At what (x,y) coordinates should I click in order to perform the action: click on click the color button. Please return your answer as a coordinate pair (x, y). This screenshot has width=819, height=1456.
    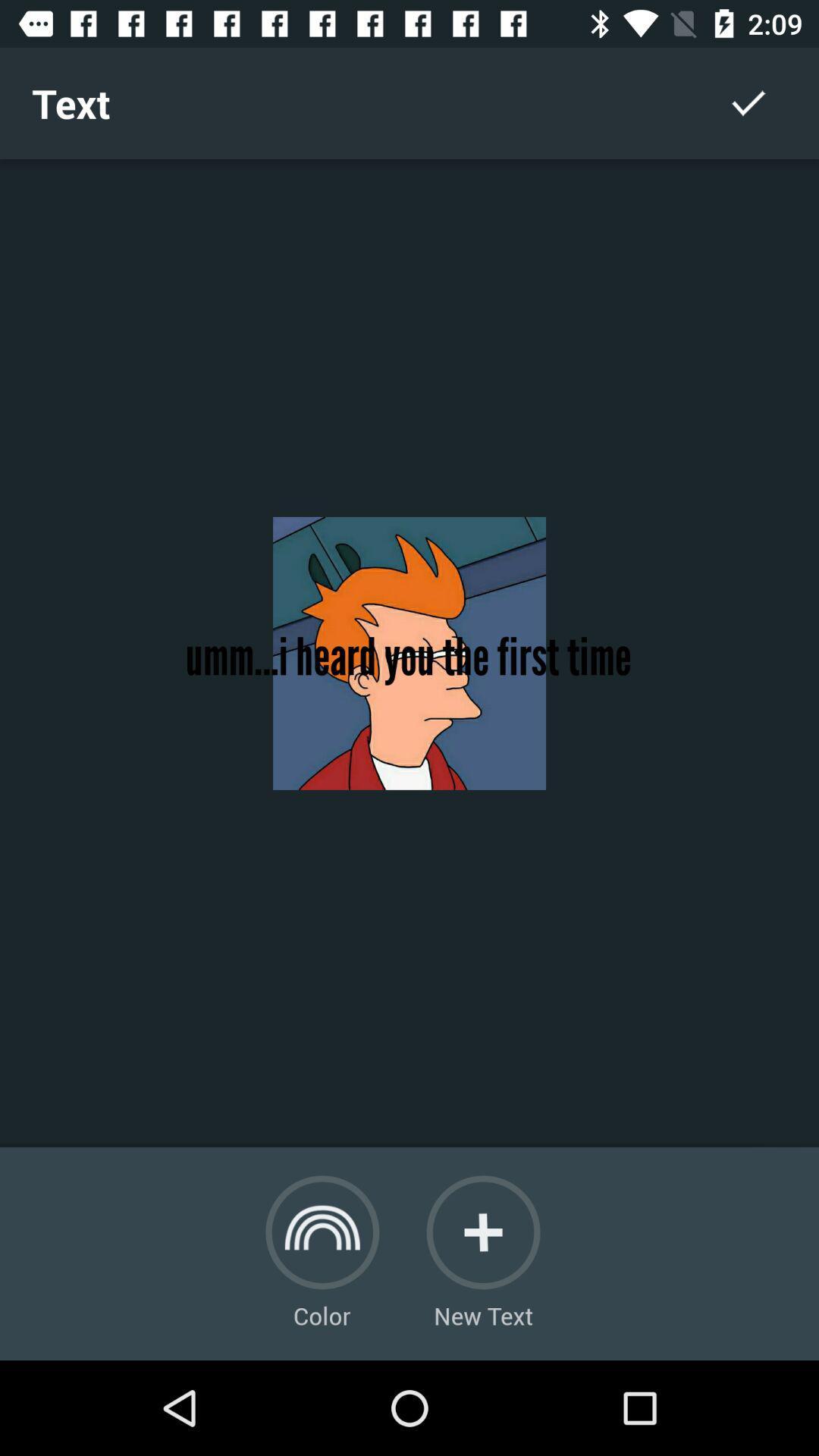
    Looking at the image, I should click on (322, 1232).